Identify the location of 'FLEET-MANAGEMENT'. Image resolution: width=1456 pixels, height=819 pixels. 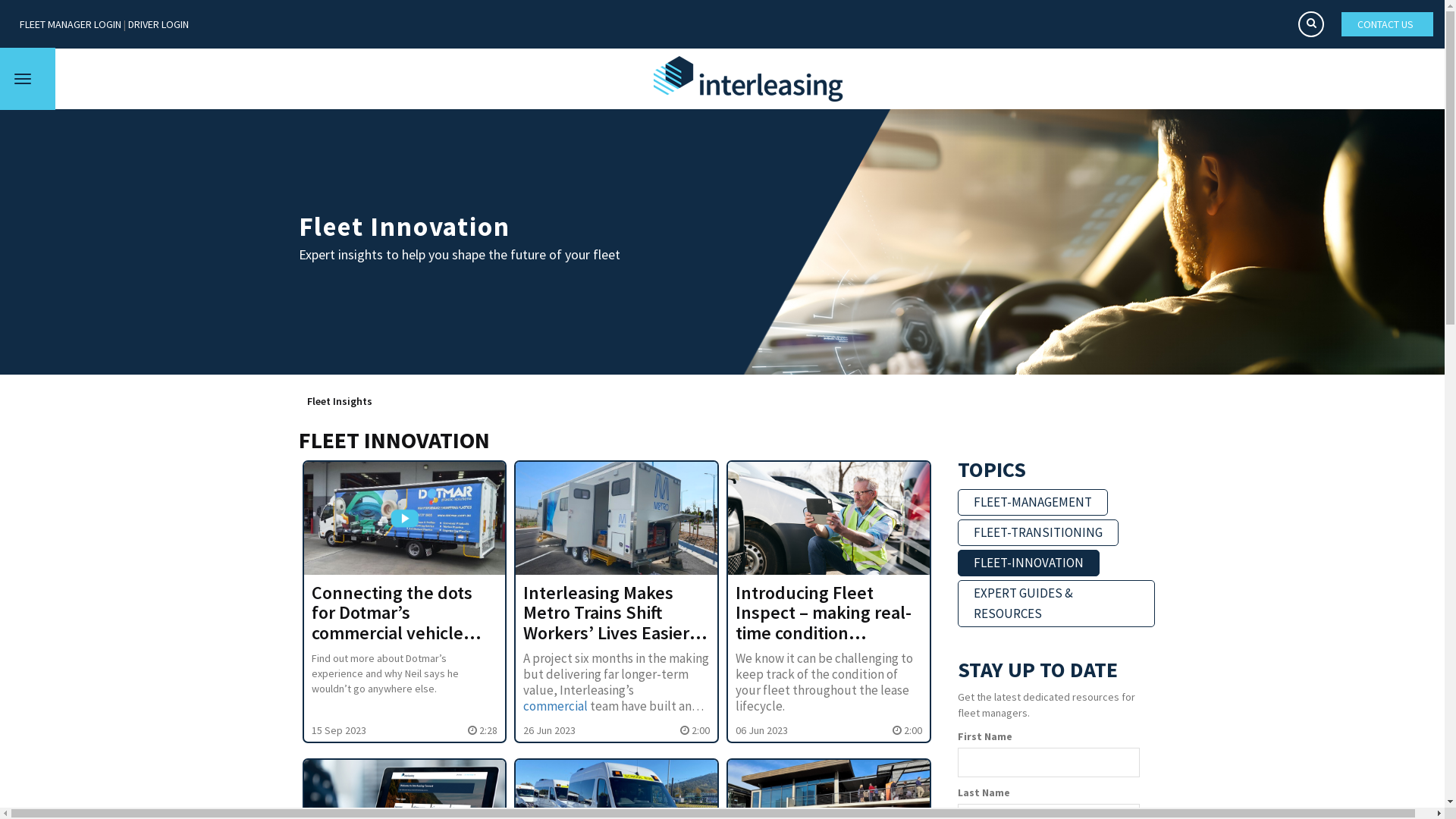
(1032, 502).